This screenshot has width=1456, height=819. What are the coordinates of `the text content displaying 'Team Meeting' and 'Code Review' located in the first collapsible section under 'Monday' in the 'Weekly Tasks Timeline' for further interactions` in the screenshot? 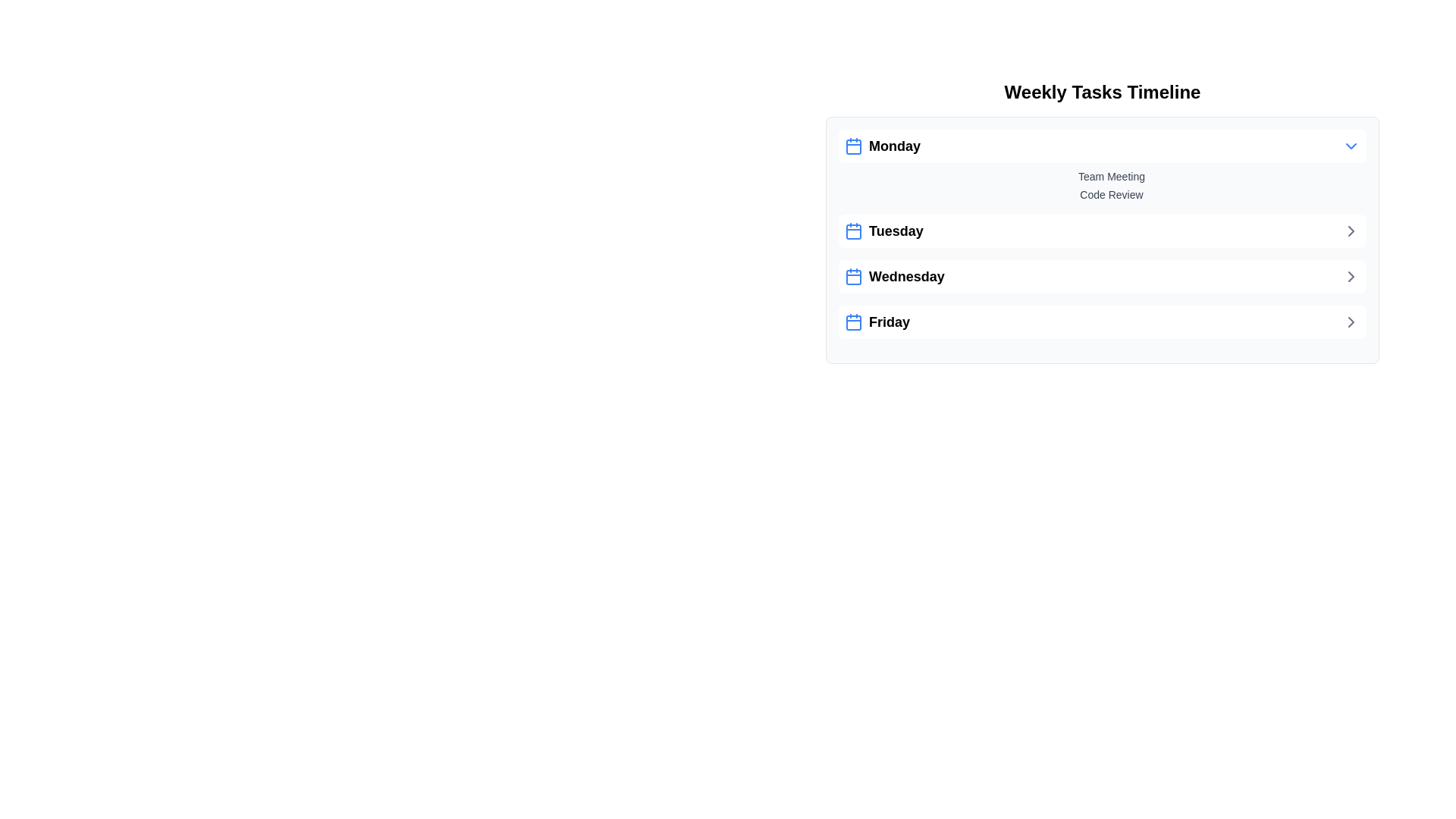 It's located at (1103, 166).